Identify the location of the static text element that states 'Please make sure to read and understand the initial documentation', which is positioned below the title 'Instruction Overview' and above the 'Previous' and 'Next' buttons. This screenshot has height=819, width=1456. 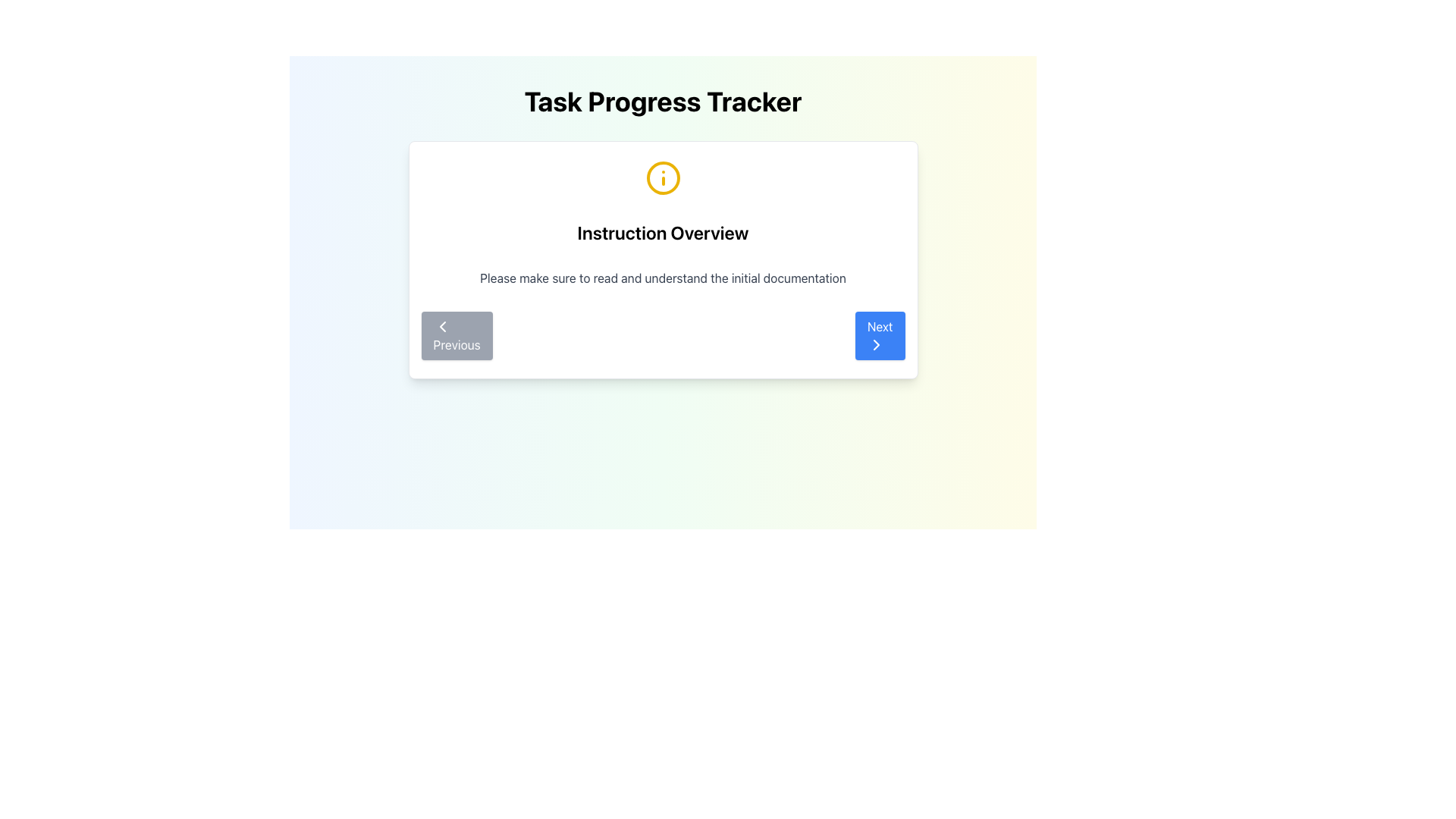
(663, 278).